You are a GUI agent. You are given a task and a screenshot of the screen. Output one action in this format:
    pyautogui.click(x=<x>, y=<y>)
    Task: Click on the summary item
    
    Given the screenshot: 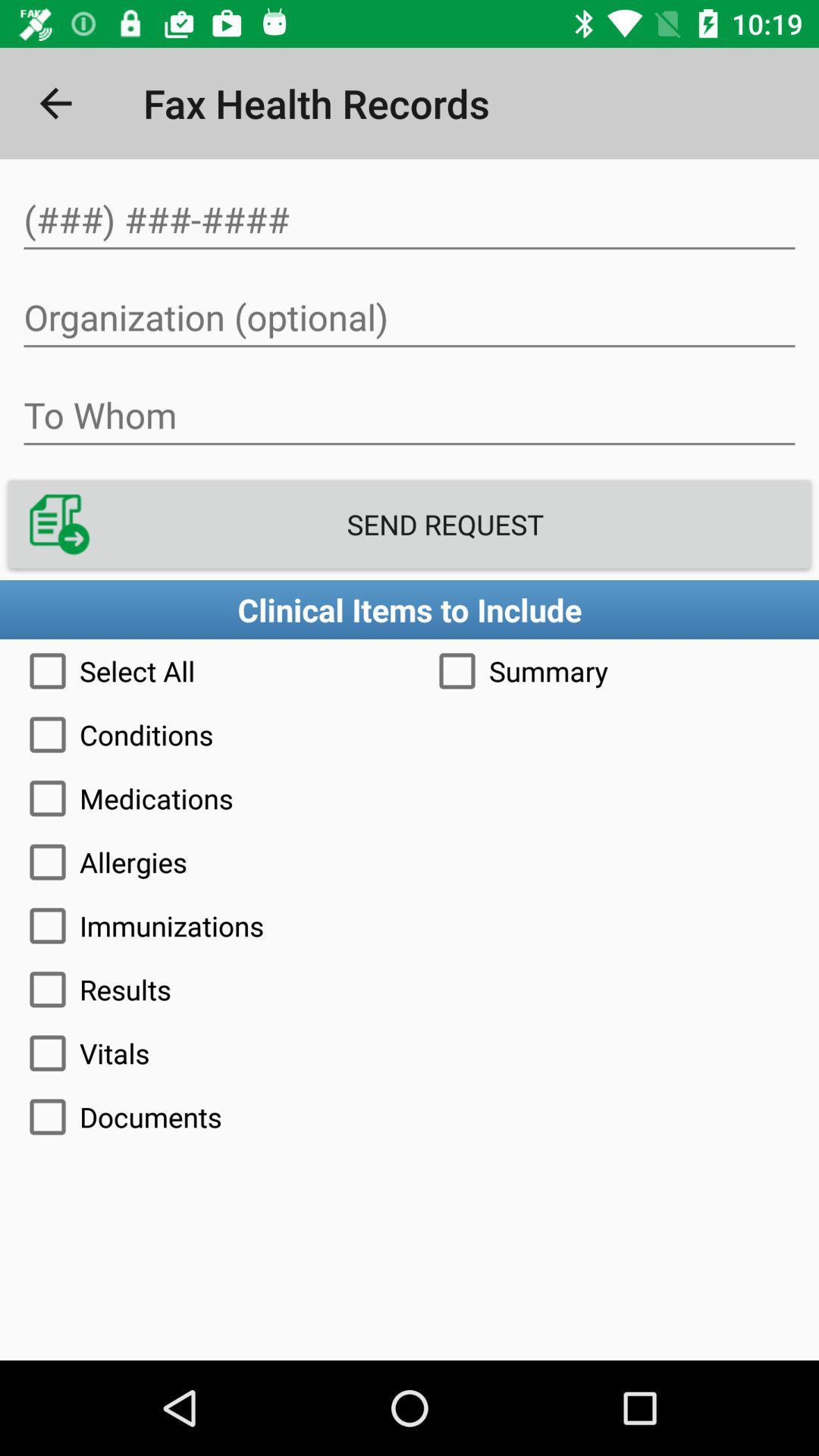 What is the action you would take?
    pyautogui.click(x=614, y=670)
    